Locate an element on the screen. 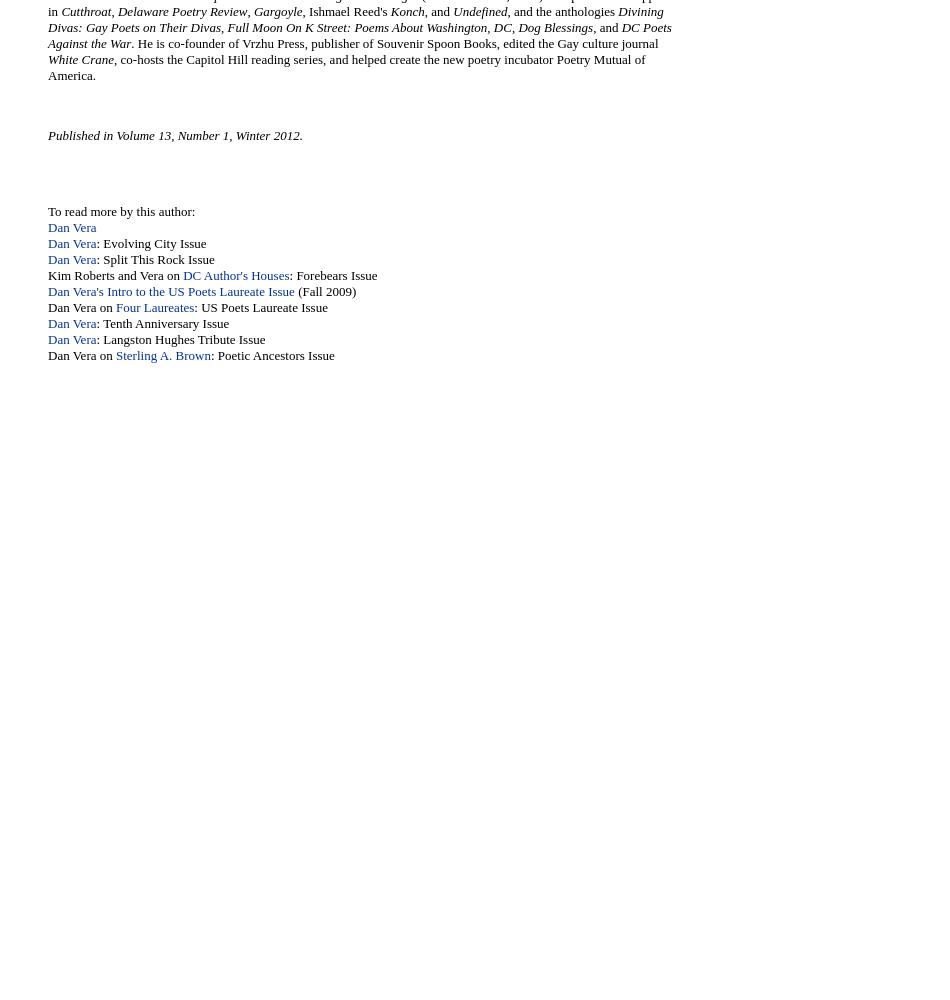 This screenshot has width=950, height=1000. 'Divining Divas: 
          Gay Poets on Their Divas' is located at coordinates (354, 19).